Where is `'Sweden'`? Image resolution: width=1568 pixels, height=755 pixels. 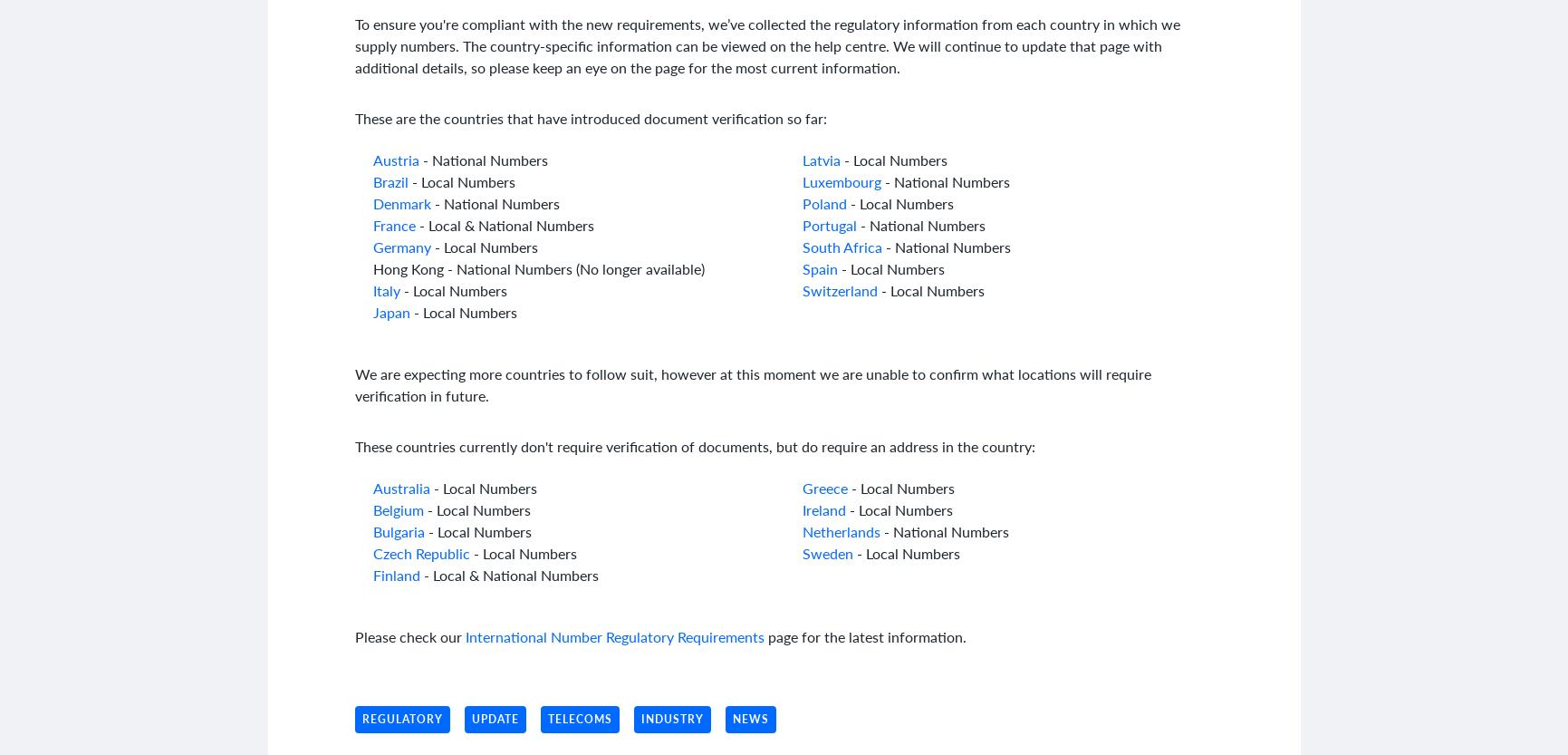
'Sweden' is located at coordinates (825, 553).